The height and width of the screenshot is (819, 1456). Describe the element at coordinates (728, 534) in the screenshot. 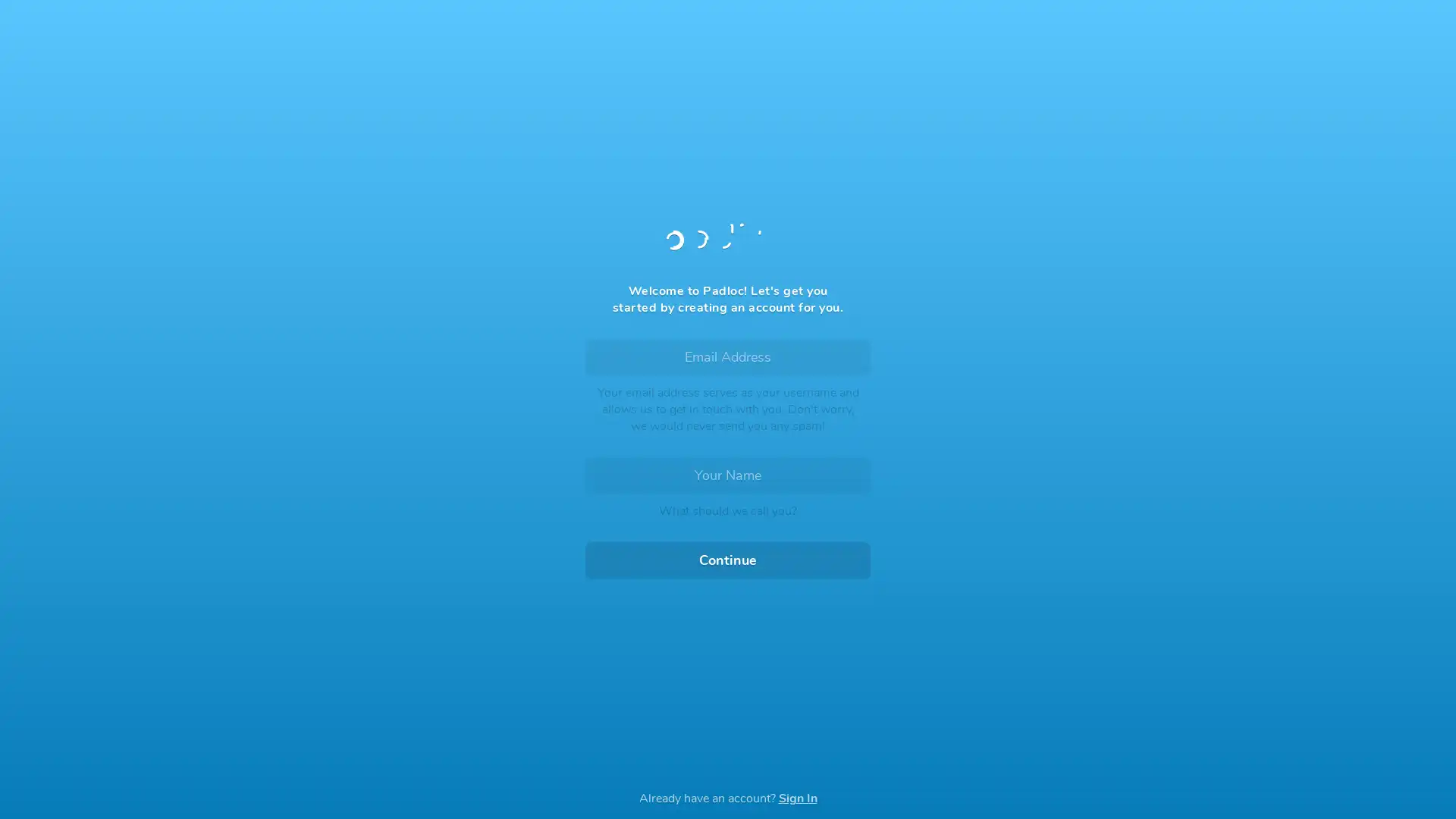

I see `Sign Up Now` at that location.